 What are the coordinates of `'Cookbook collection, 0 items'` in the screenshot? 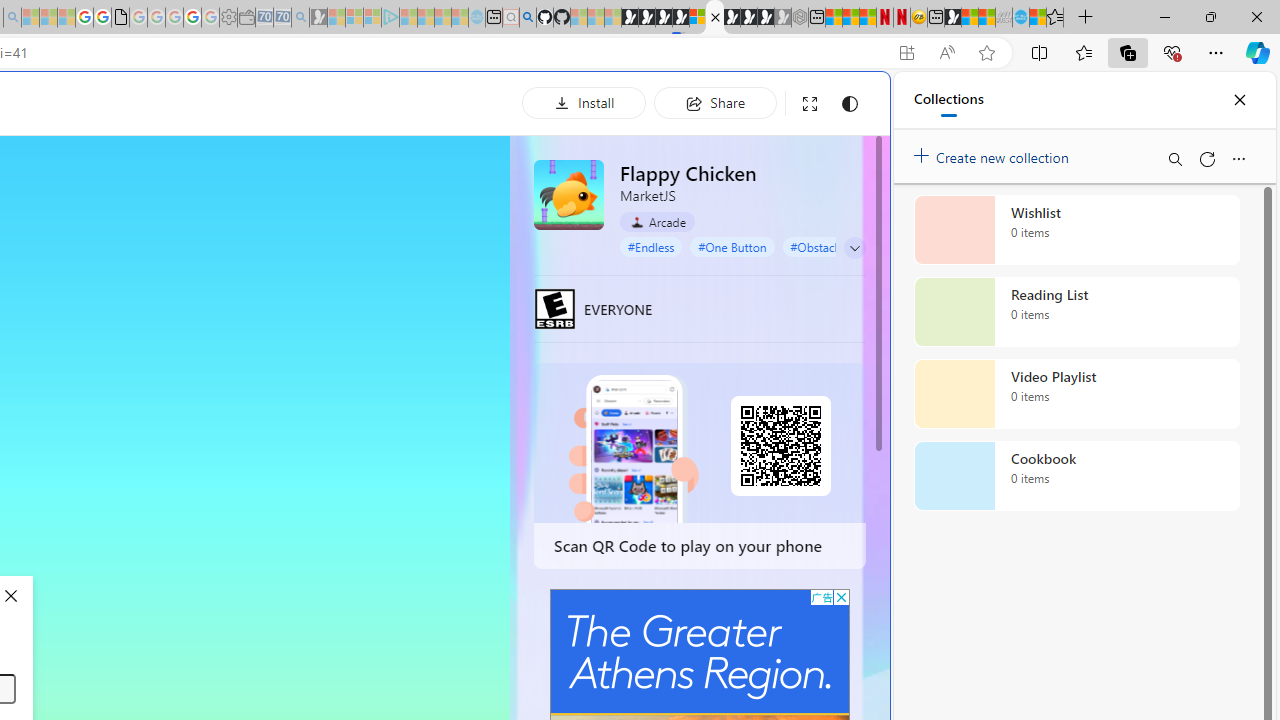 It's located at (1076, 475).